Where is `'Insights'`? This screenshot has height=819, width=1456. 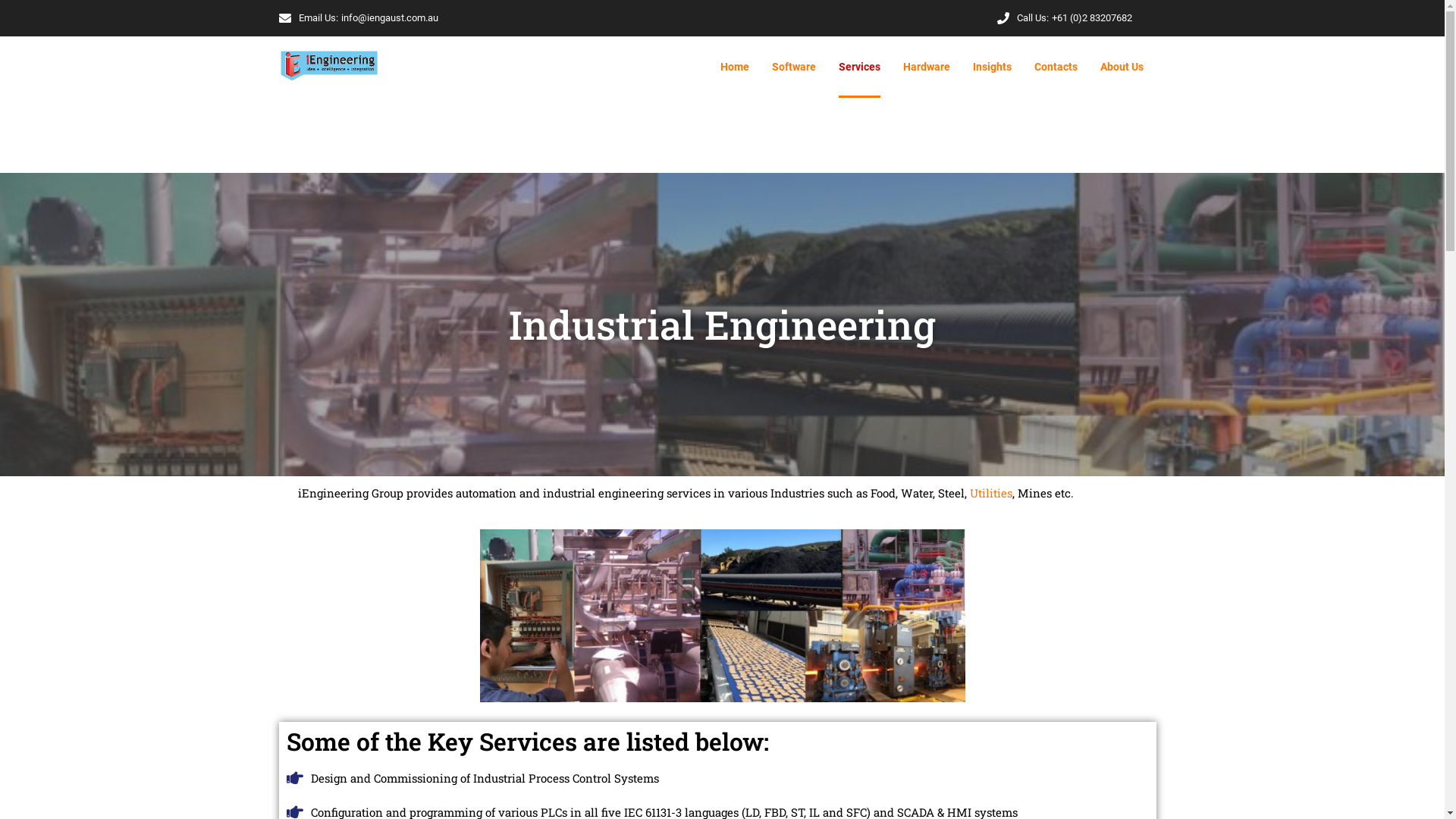 'Insights' is located at coordinates (991, 66).